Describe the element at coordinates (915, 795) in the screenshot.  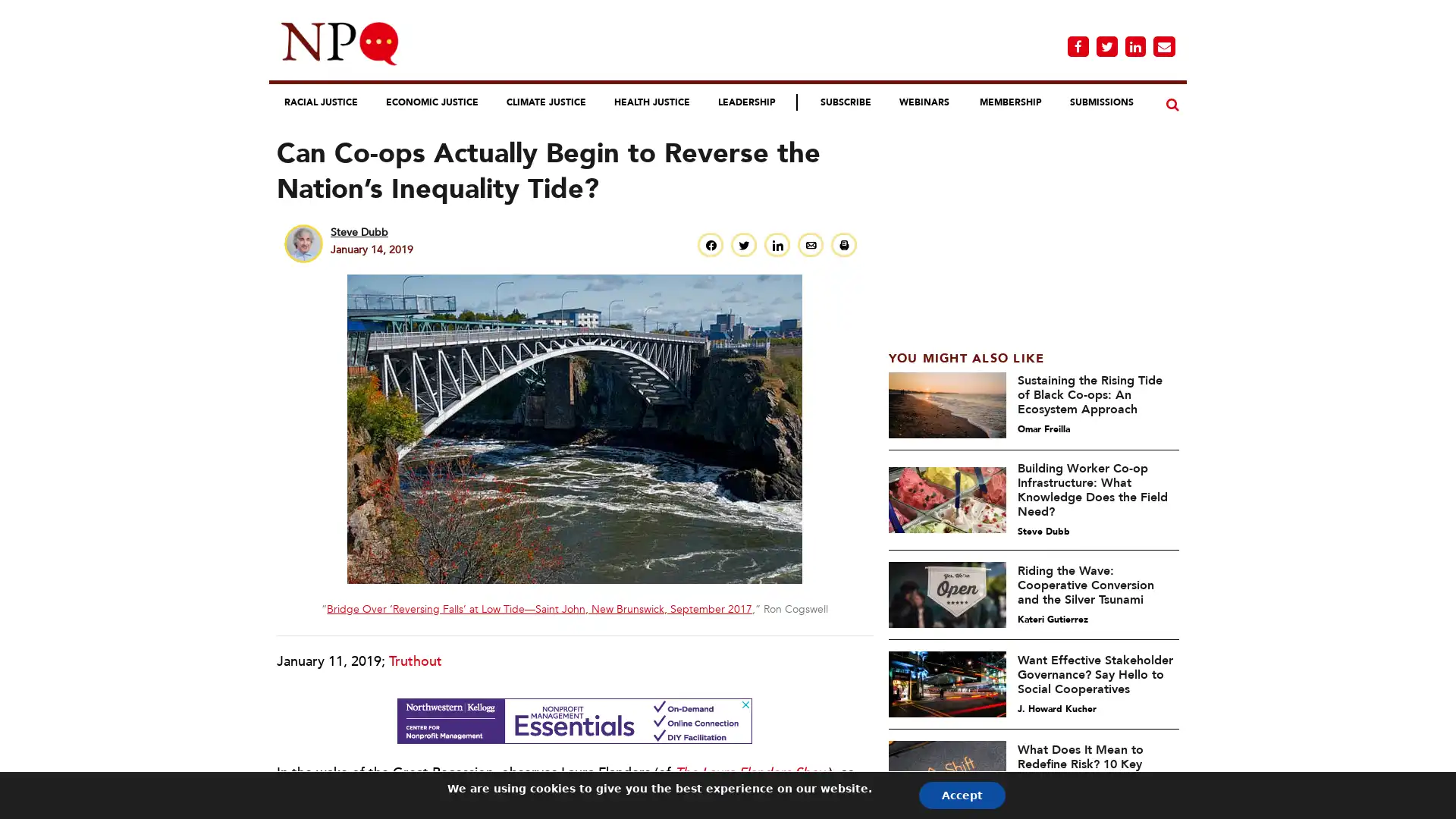
I see `Accept` at that location.